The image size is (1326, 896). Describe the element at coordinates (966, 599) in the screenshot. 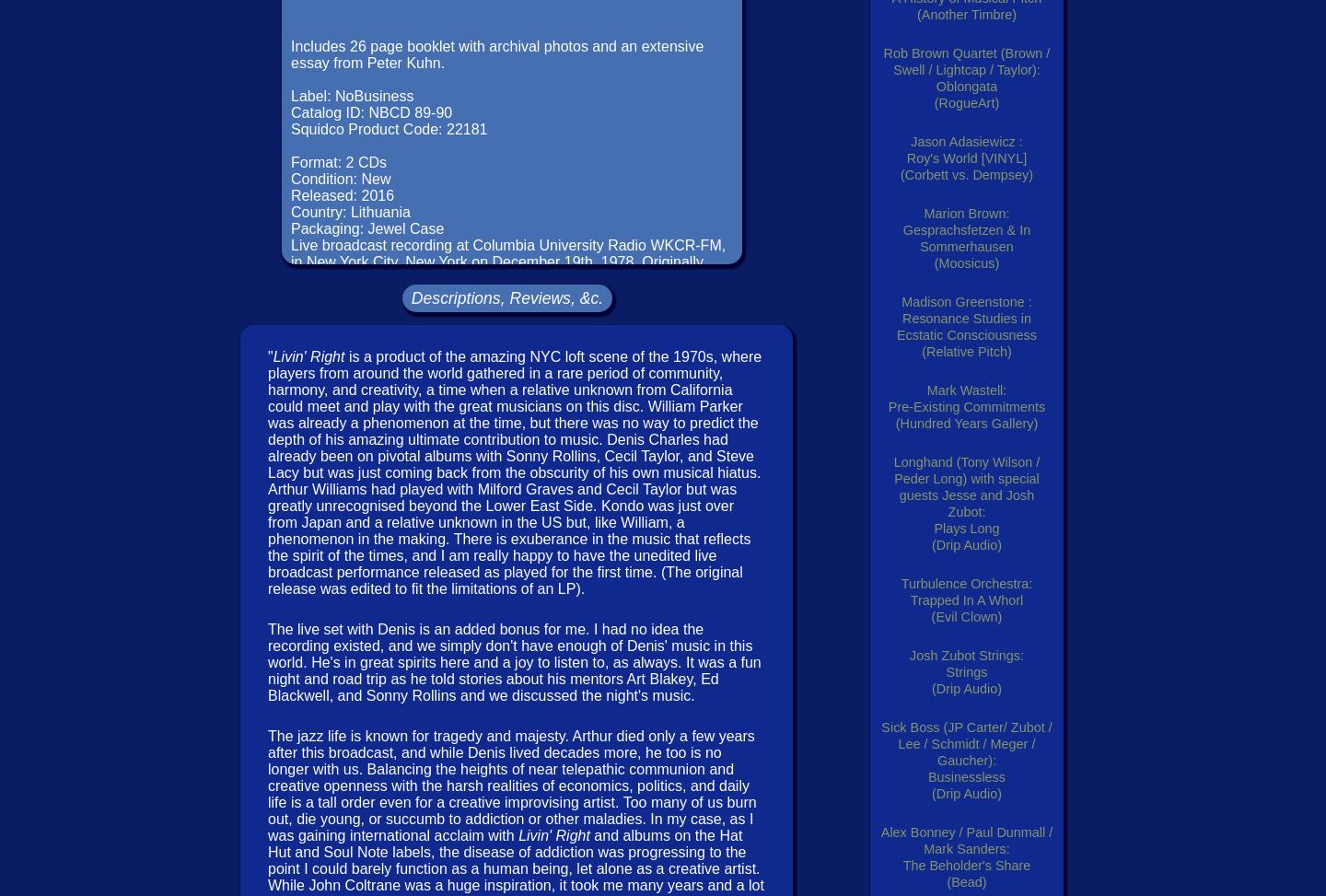

I see `'Trapped In A Whorl'` at that location.